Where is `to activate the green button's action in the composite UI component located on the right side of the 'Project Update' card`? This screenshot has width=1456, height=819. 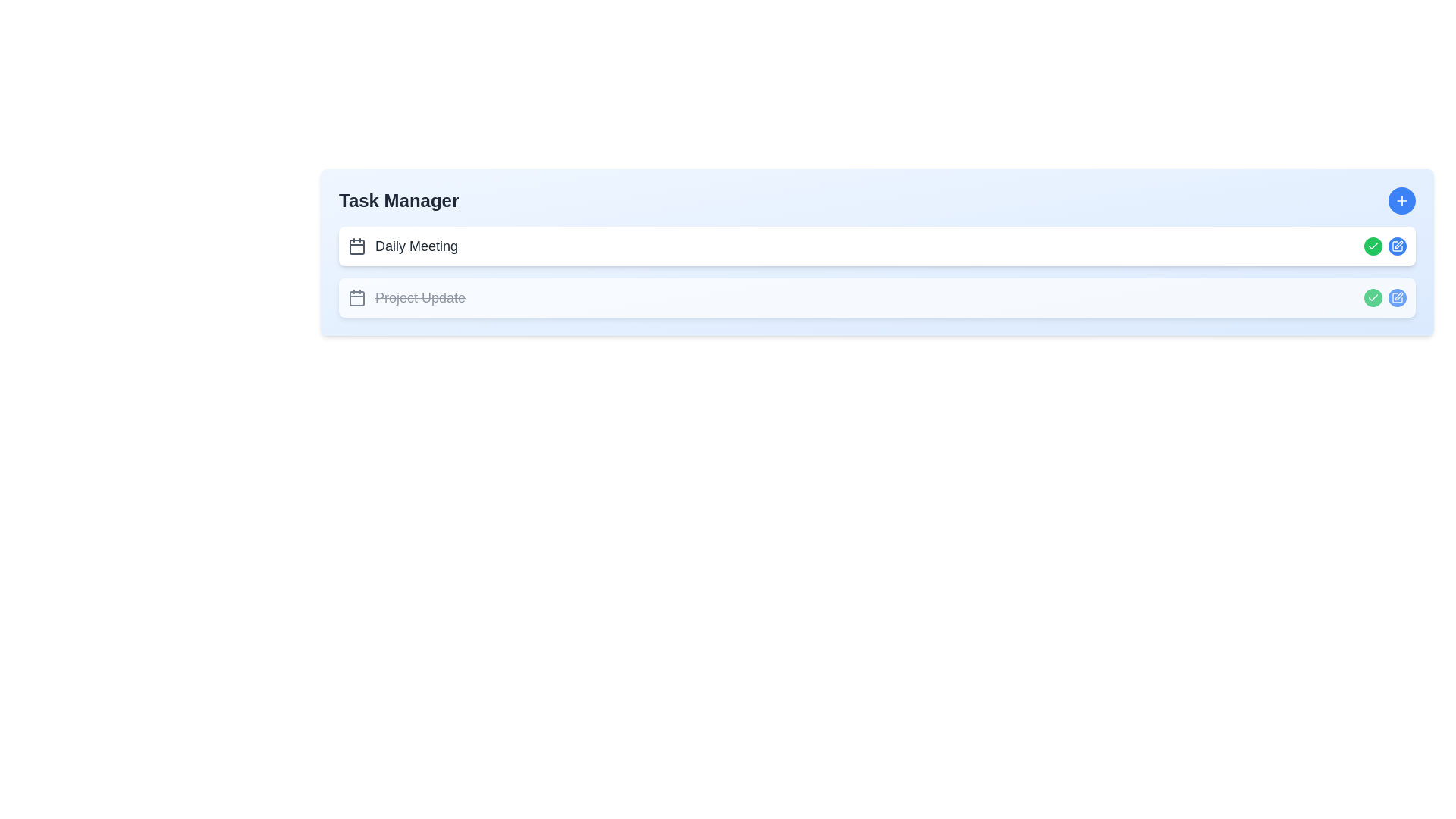 to activate the green button's action in the composite UI component located on the right side of the 'Project Update' card is located at coordinates (1385, 298).